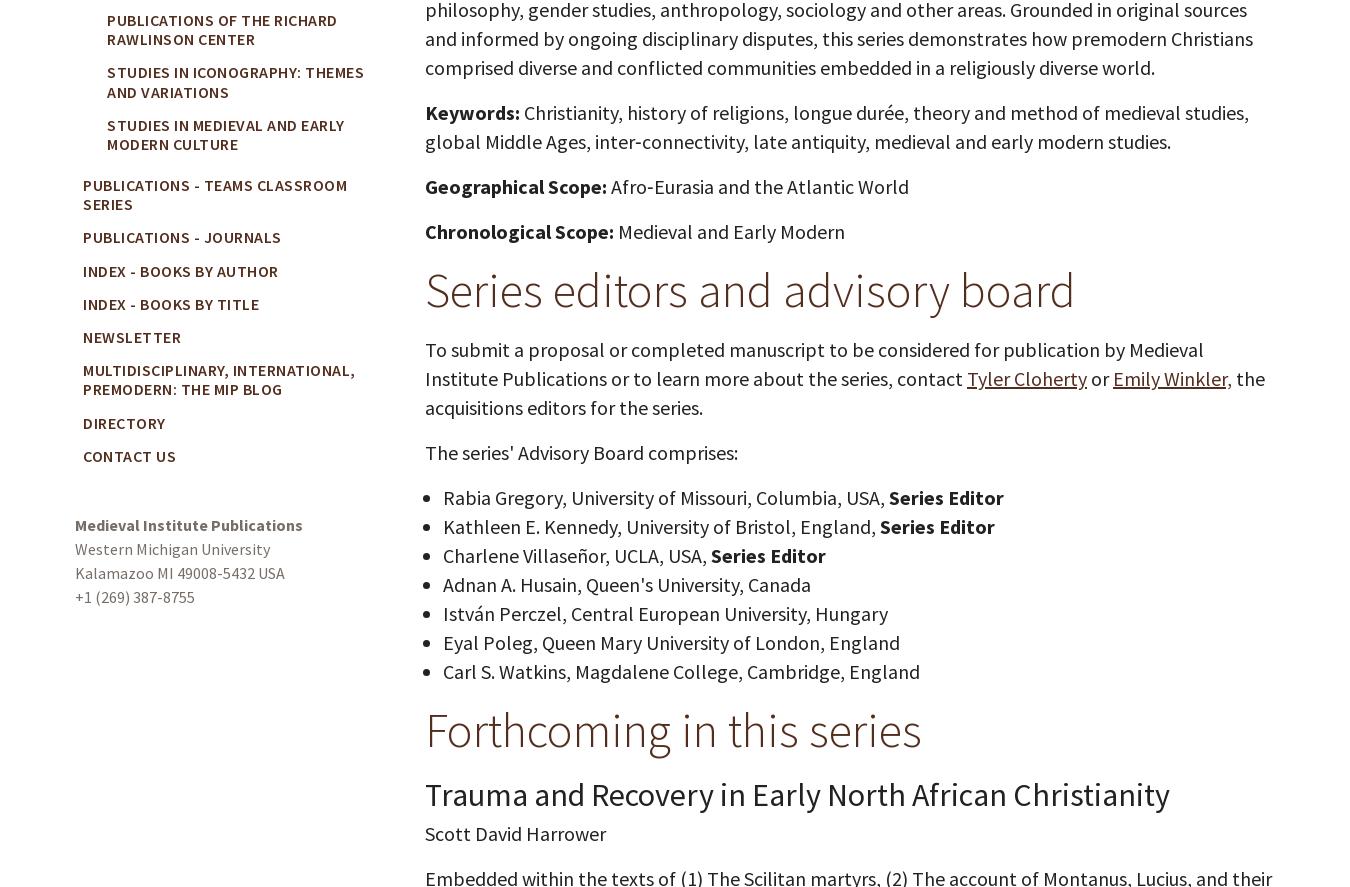 The height and width of the screenshot is (887, 1350). I want to click on 'Afro‐Eurasia and the Atlantic World', so click(758, 184).